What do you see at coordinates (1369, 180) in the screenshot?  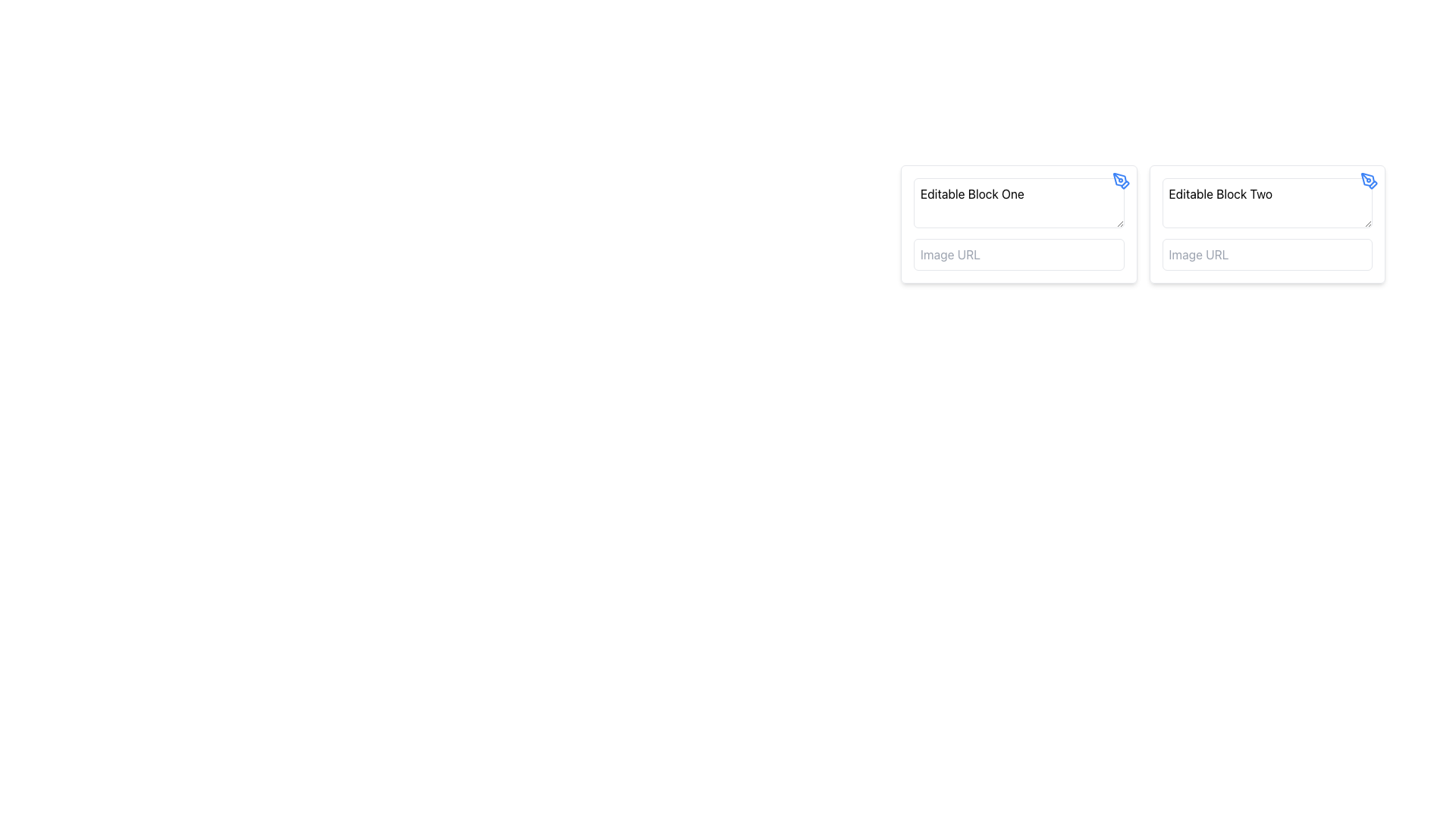 I see `the blue pen-shaped icon located at the top-right corner of the 'Editable Block Two' to reference actions related` at bounding box center [1369, 180].